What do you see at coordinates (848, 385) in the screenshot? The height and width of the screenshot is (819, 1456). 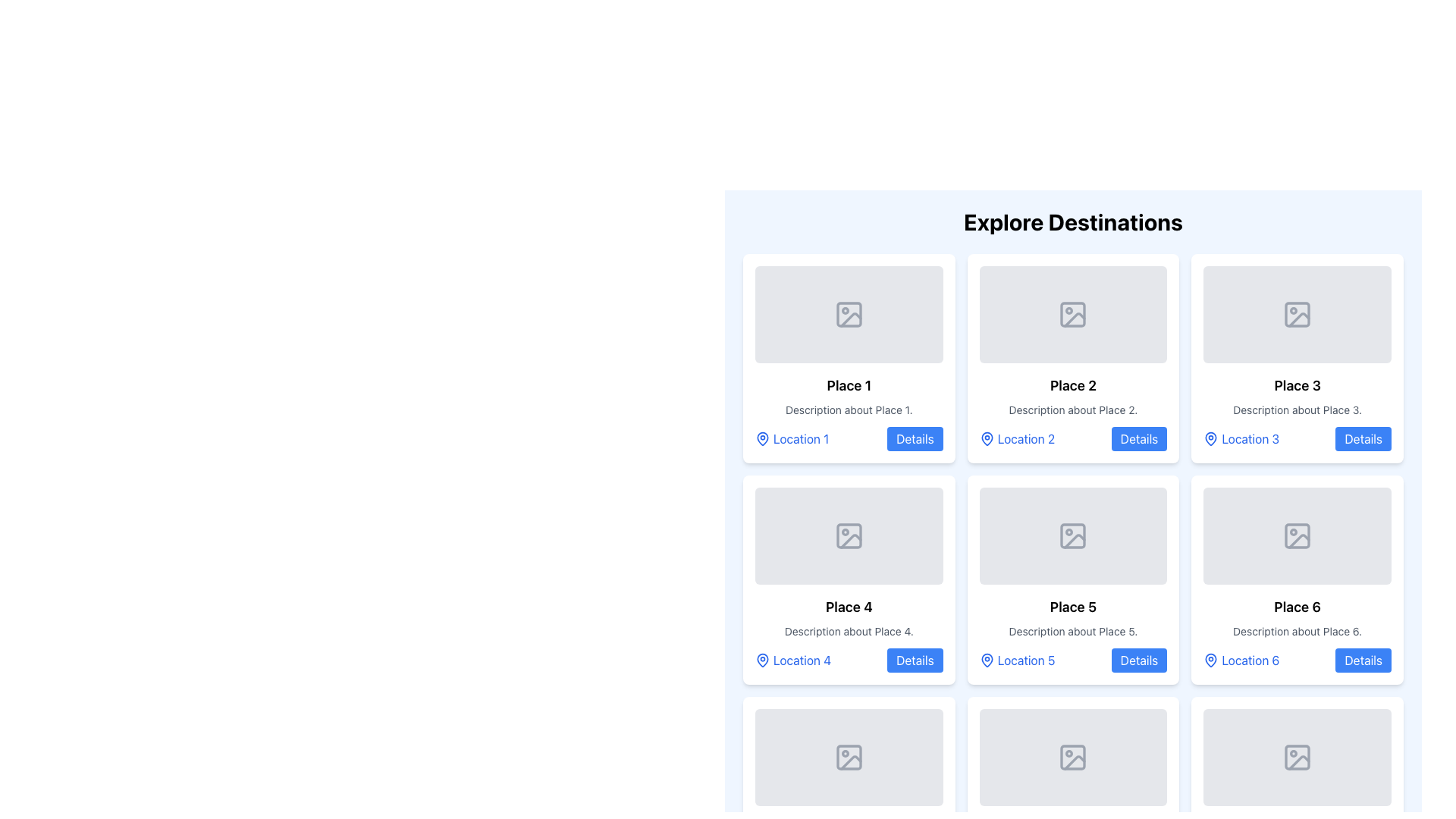 I see `the interactive text label 'Place 1' located within the first card in the 'Explore Destinations' section, positioned in the top-left corner of the grid` at bounding box center [848, 385].